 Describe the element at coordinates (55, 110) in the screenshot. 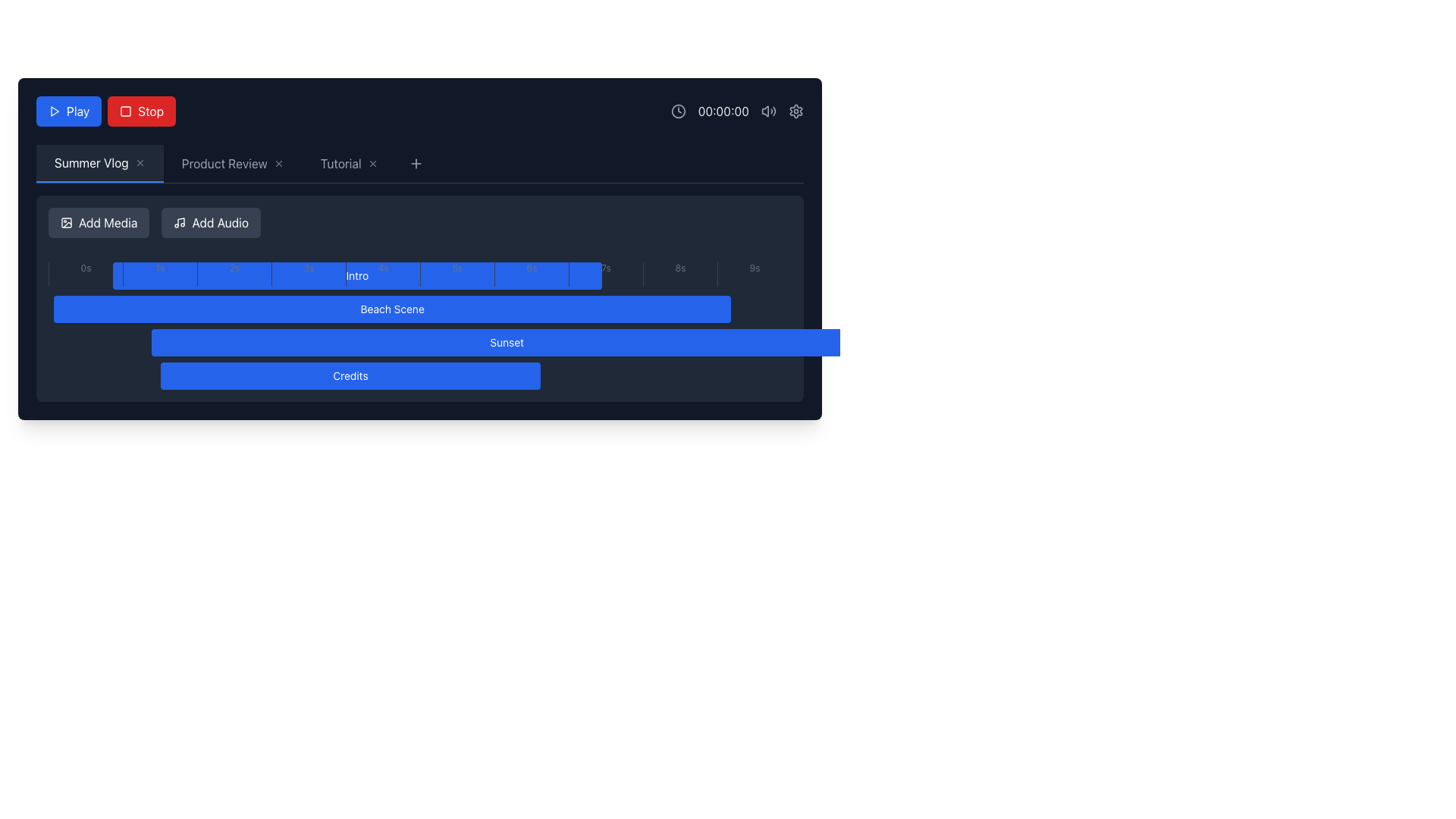

I see `the triangular play icon with a blue fill located in the top-left section of the interface` at that location.